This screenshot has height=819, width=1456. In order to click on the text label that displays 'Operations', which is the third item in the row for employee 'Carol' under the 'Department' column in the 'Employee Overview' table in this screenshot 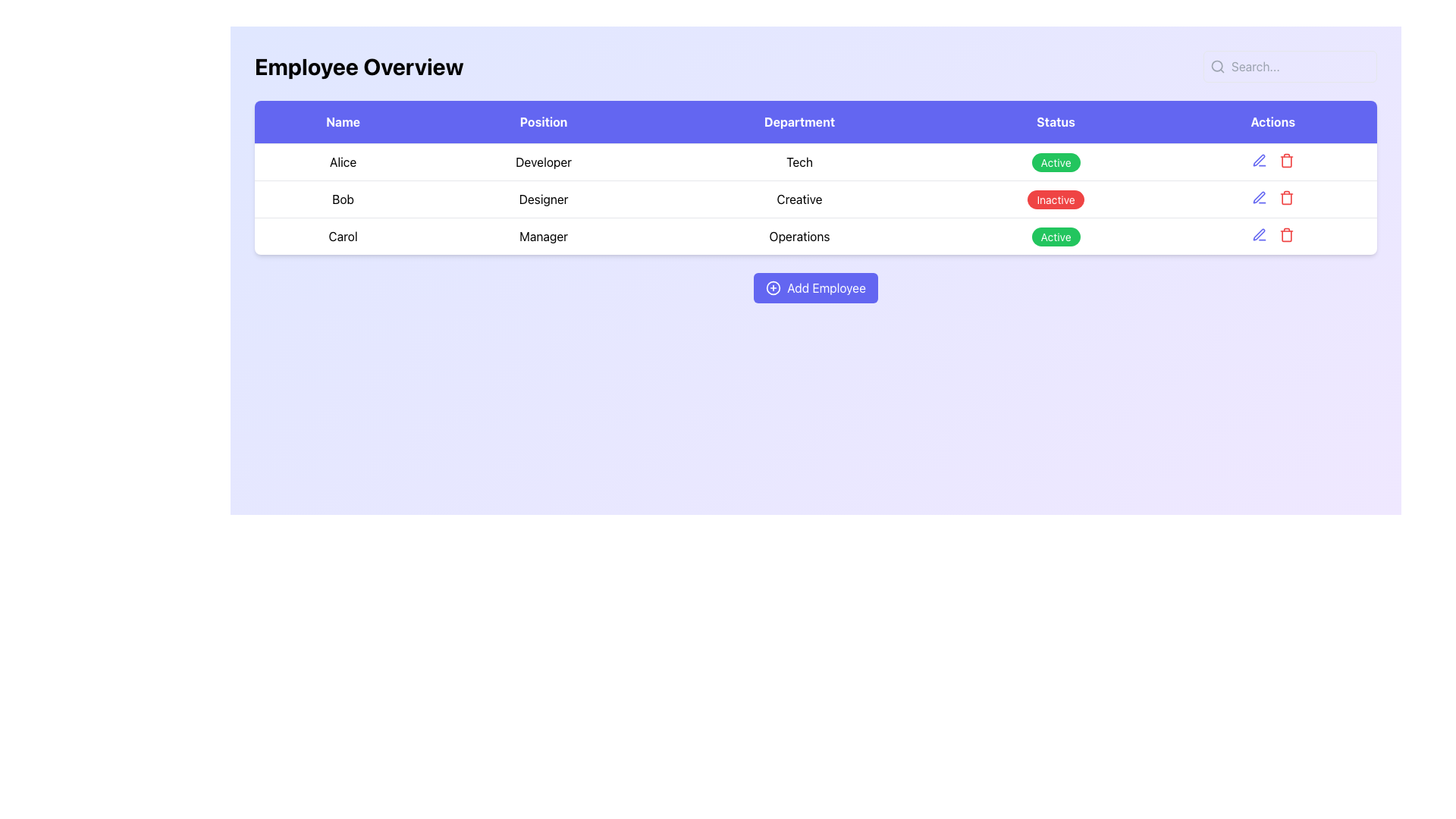, I will do `click(799, 236)`.